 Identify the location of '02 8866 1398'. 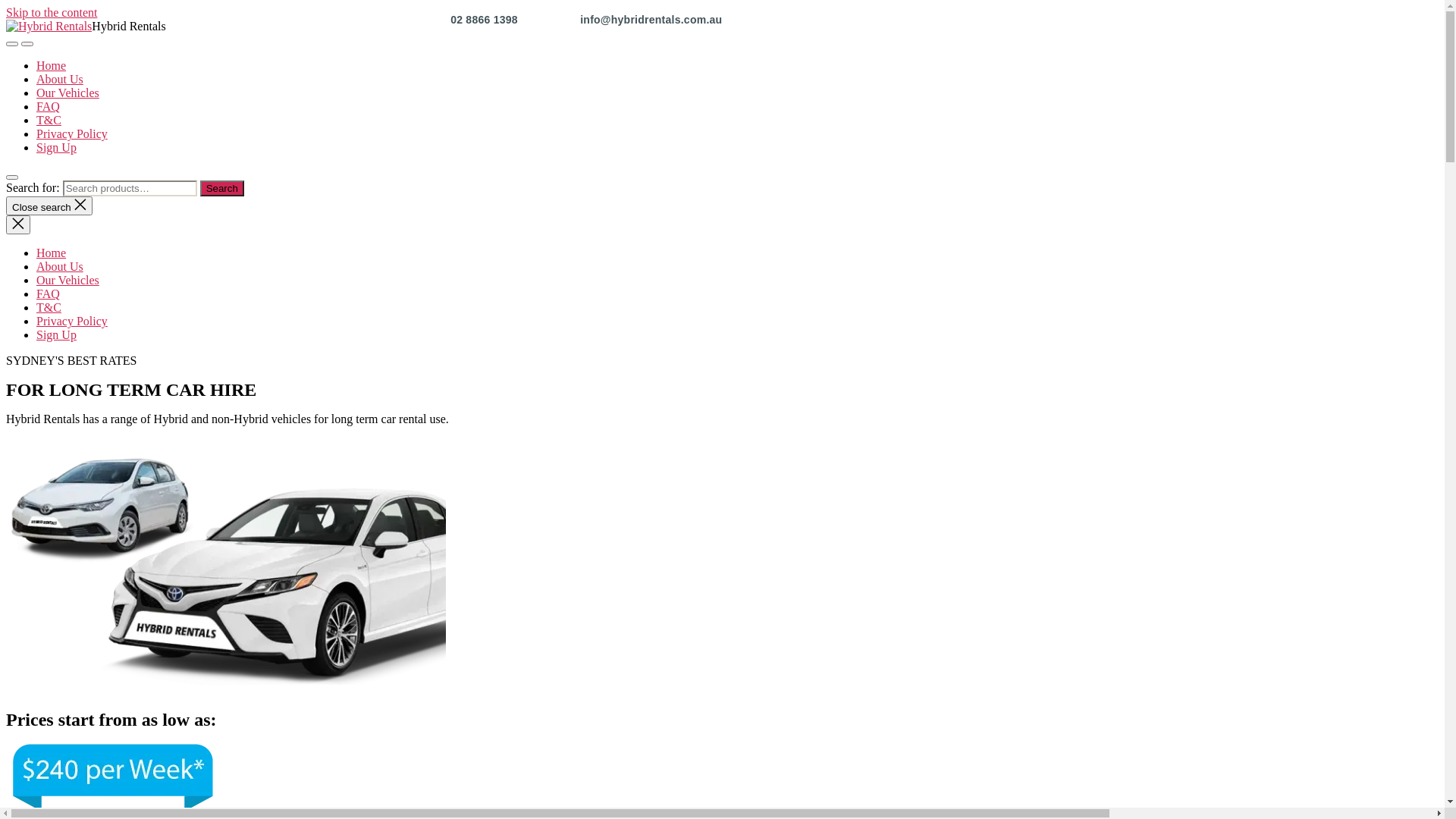
(485, 20).